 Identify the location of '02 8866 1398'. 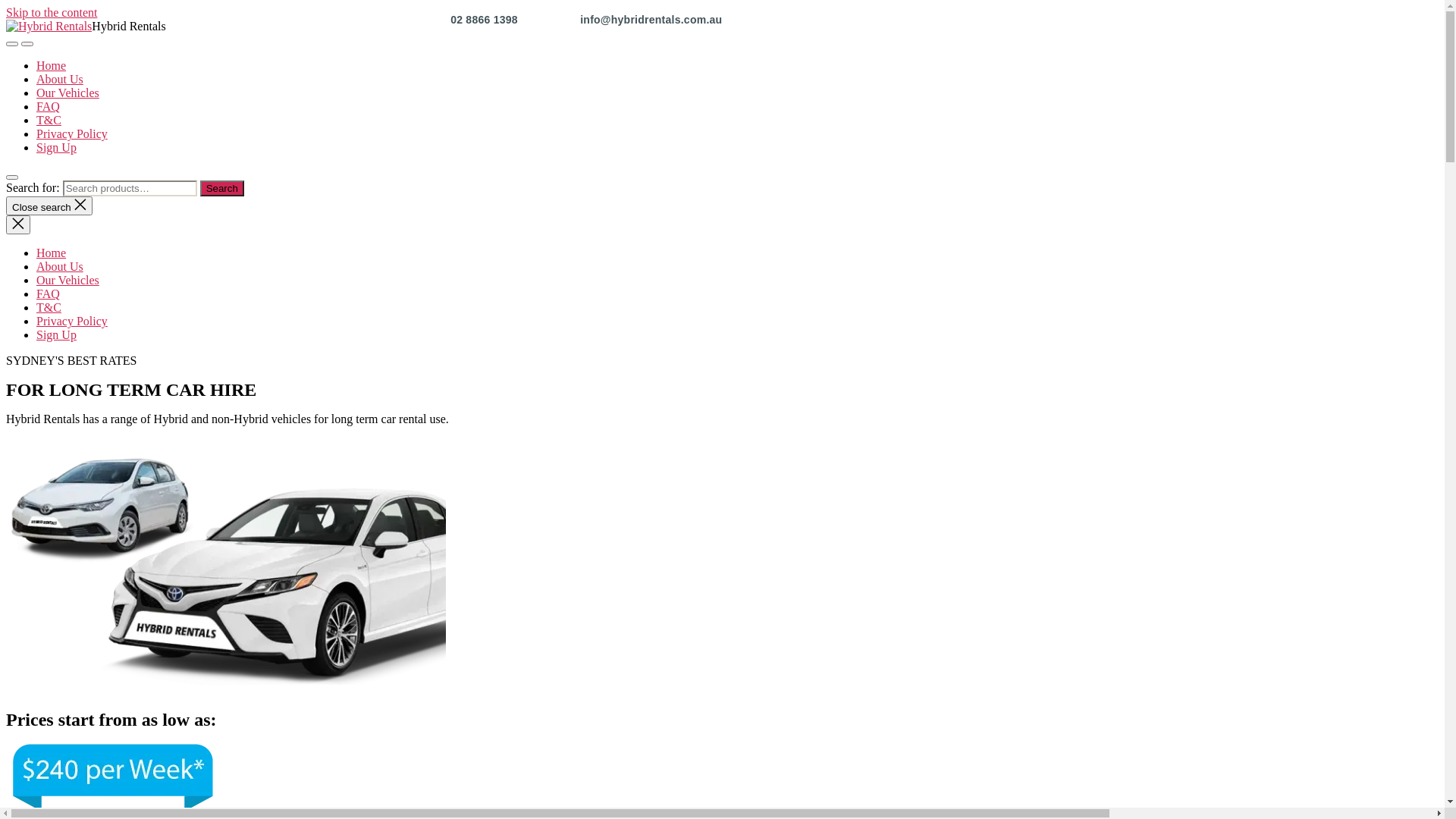
(485, 20).